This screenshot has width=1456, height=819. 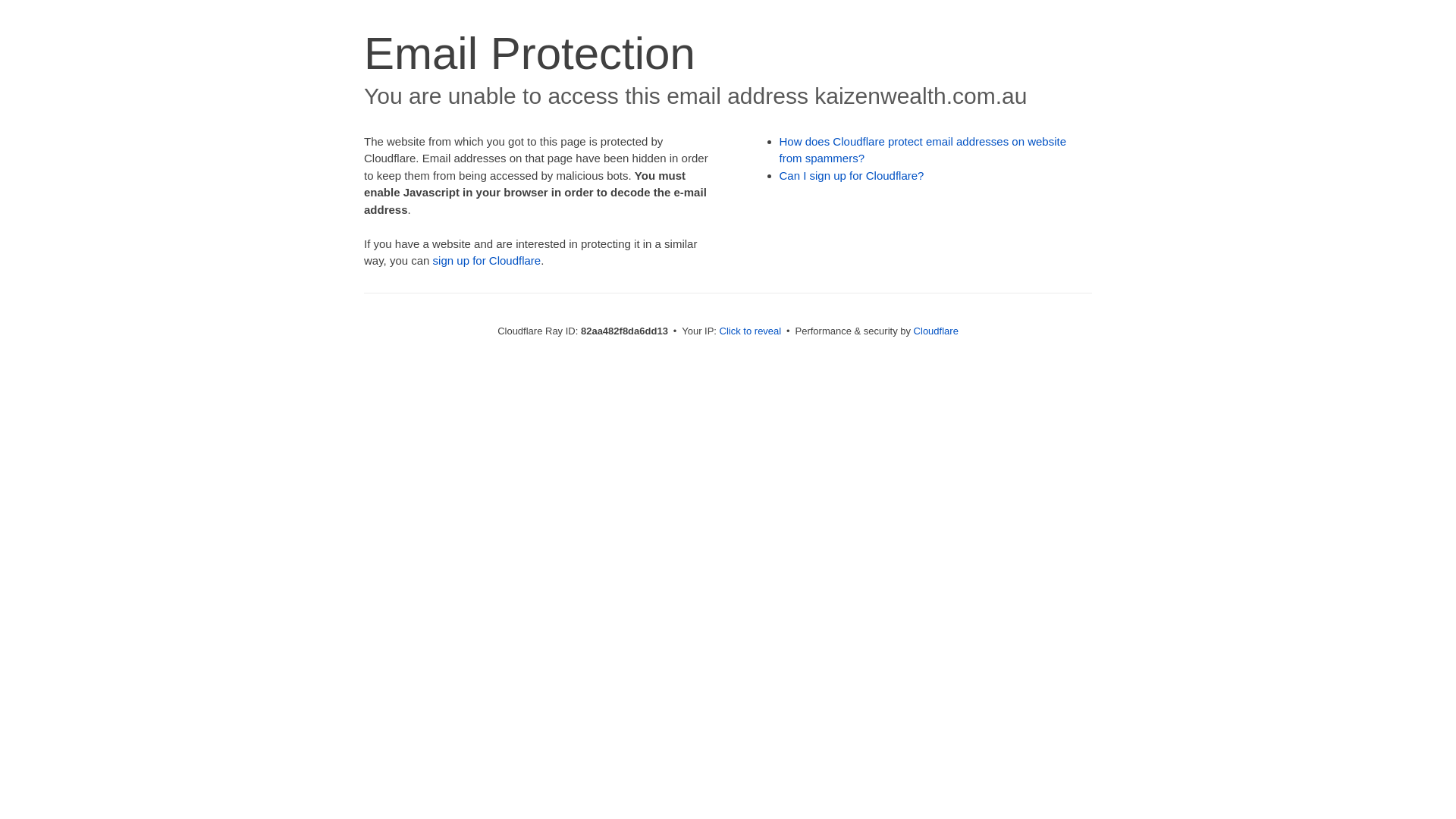 What do you see at coordinates (935, 330) in the screenshot?
I see `'Cloudflare'` at bounding box center [935, 330].